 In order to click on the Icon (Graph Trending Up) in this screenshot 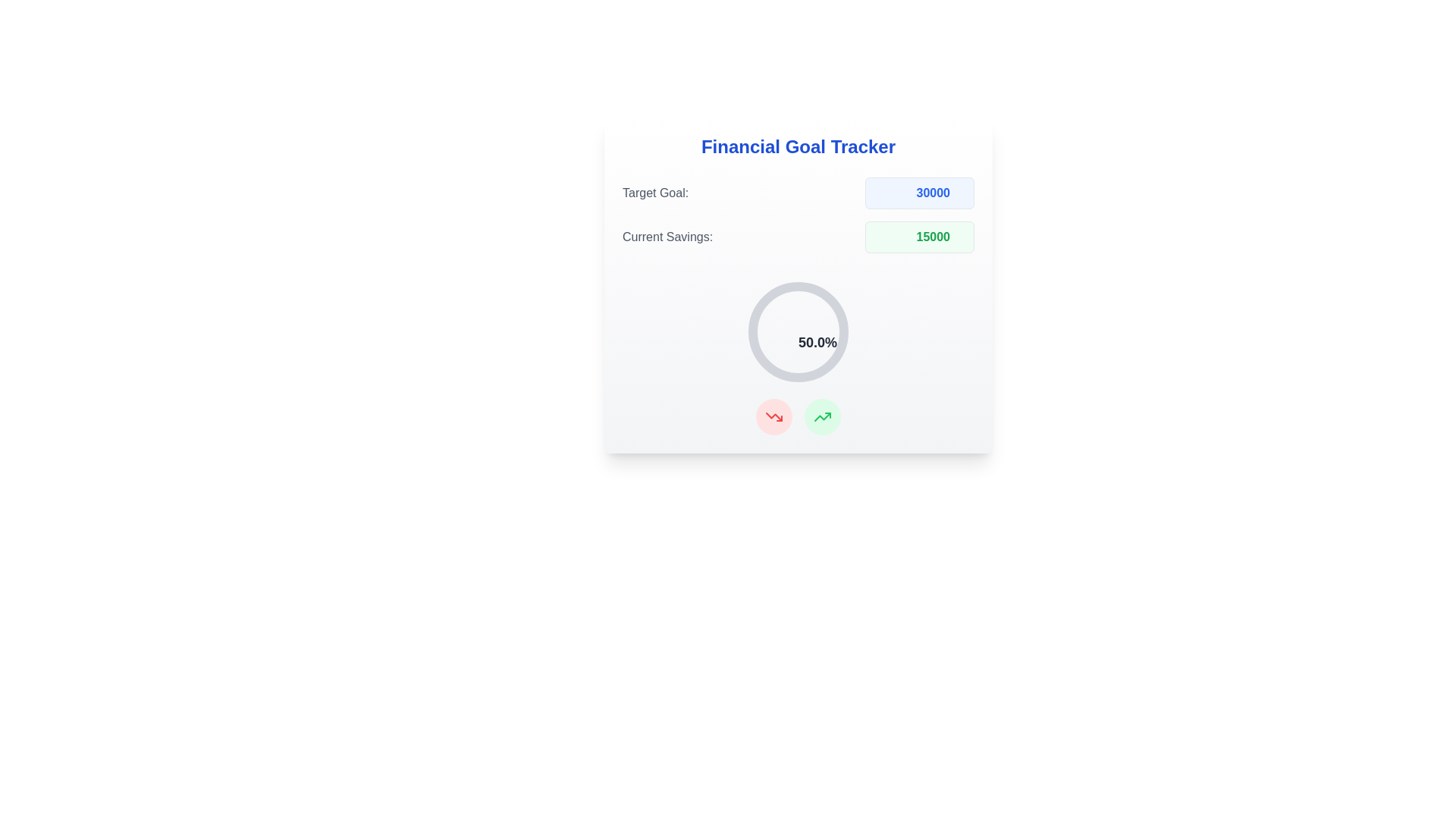, I will do `click(821, 417)`.